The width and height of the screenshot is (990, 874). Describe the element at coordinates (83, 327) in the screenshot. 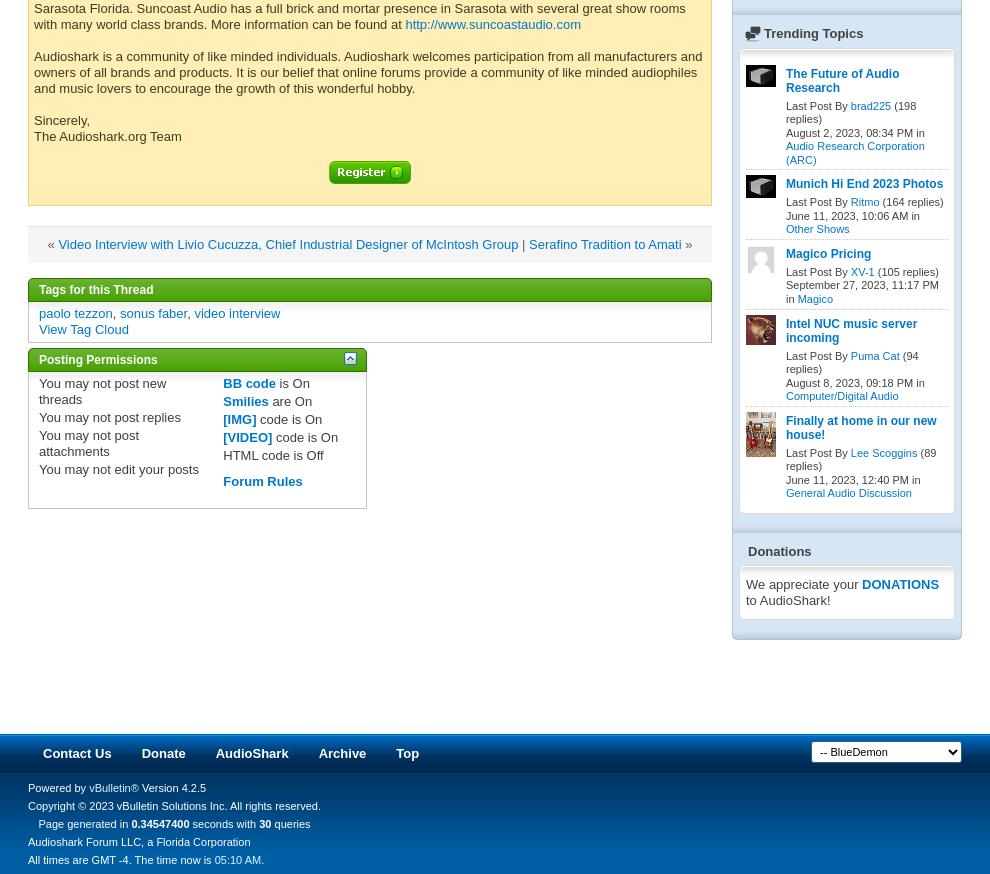

I see `'View Tag Cloud'` at that location.